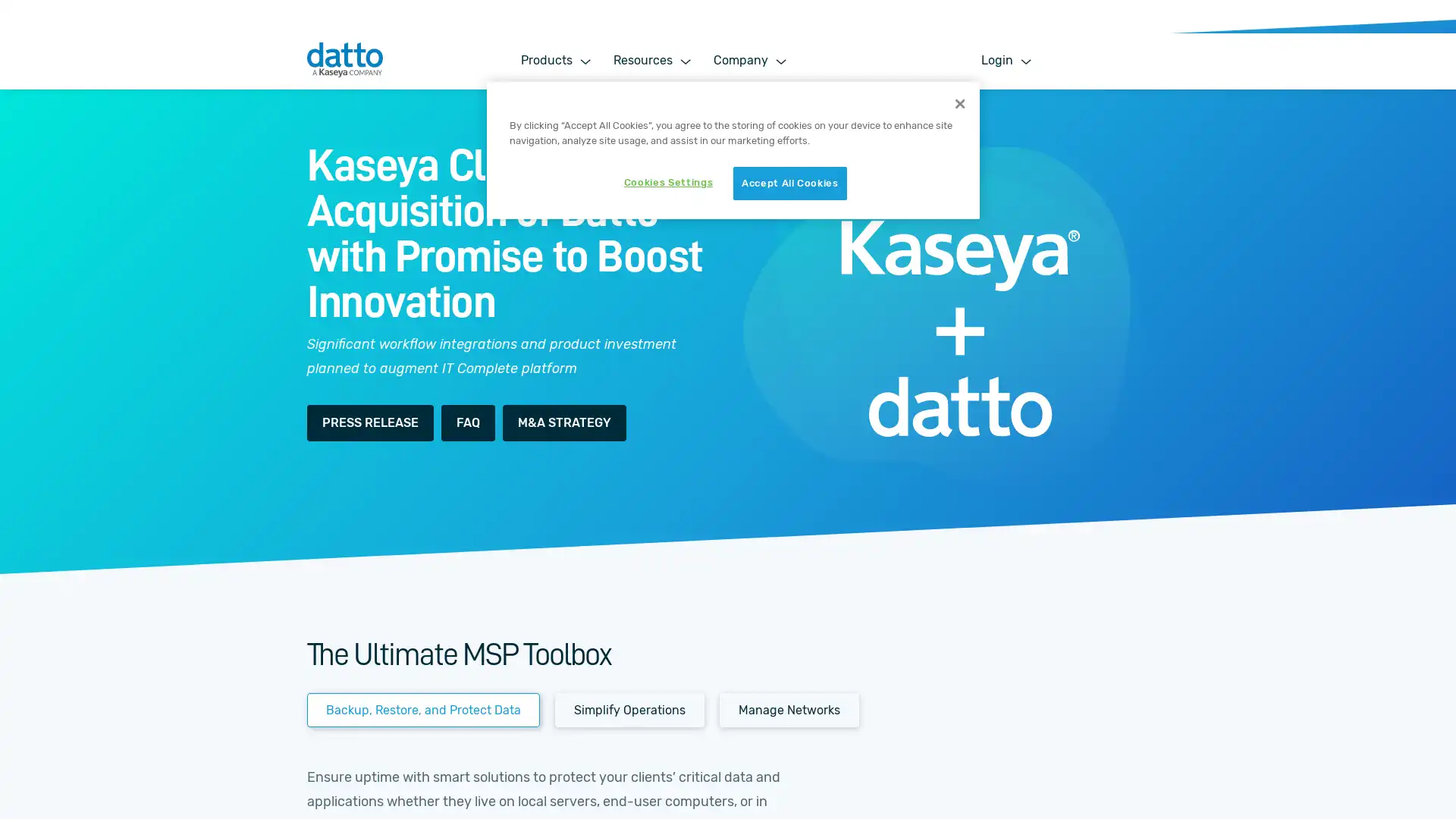  Describe the element at coordinates (959, 103) in the screenshot. I see `Close` at that location.